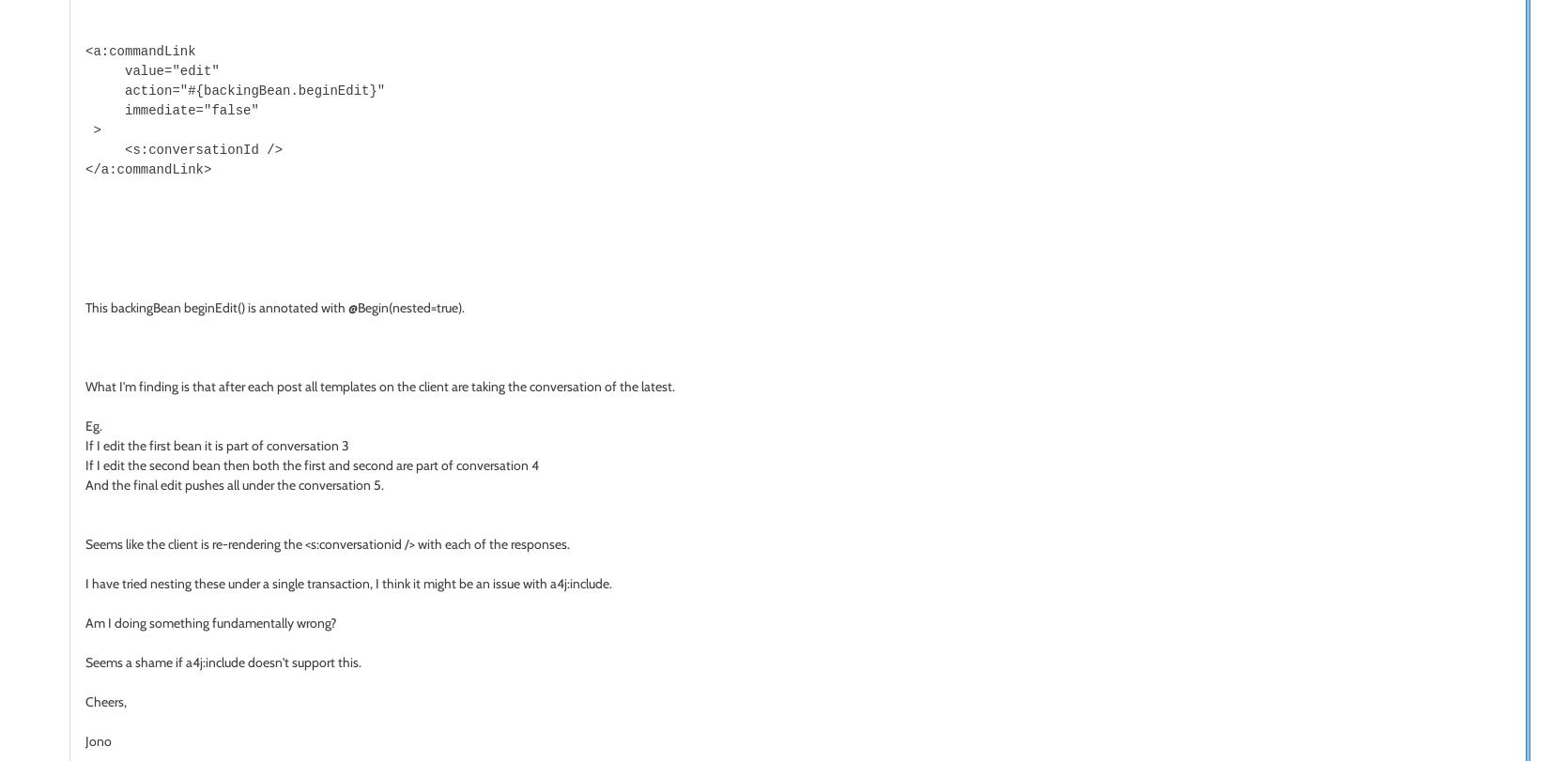 This screenshot has height=761, width=1568. I want to click on 'beginEdit()', so click(214, 306).